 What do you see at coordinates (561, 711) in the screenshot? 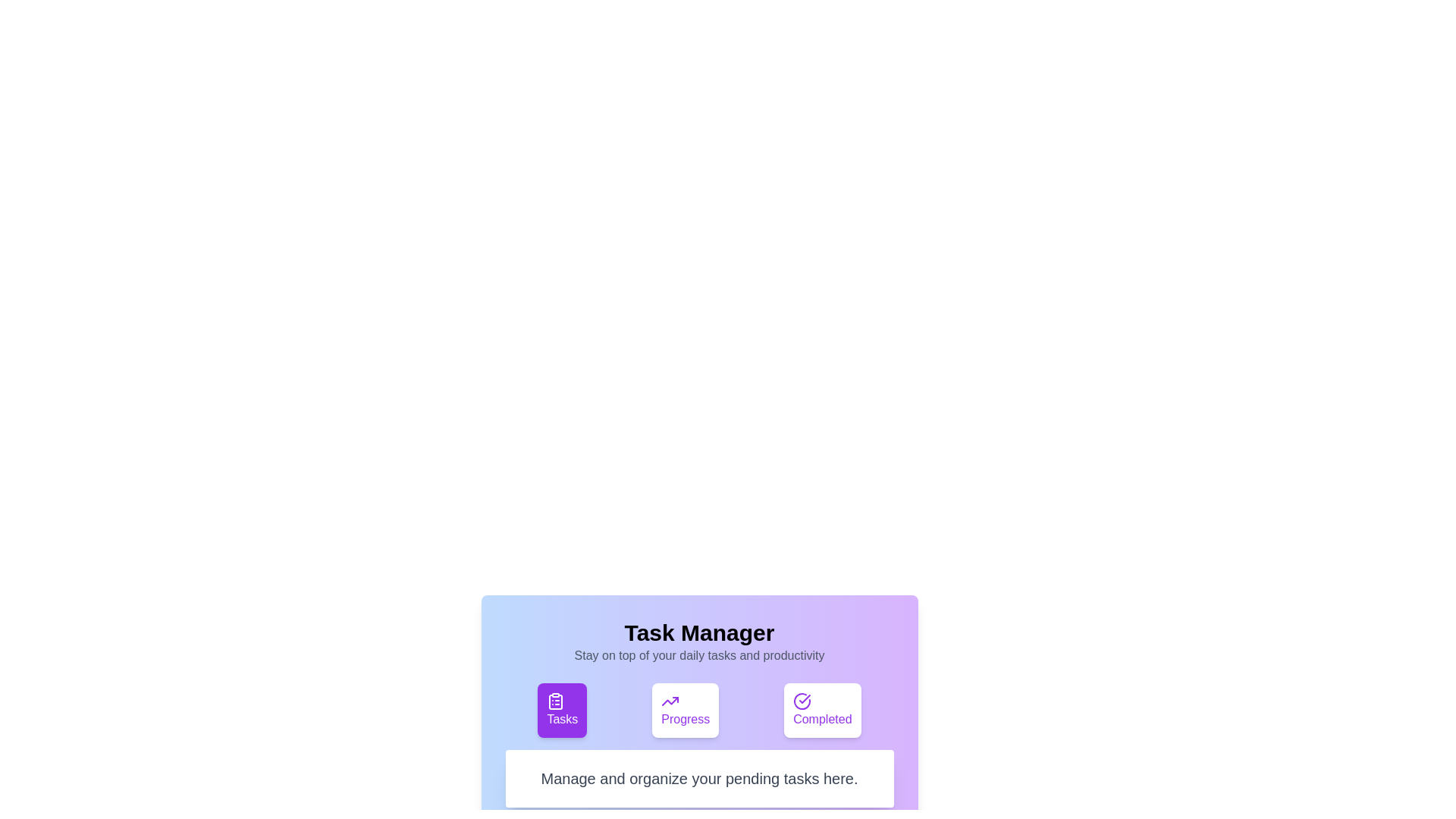
I see `the Tasks tab` at bounding box center [561, 711].